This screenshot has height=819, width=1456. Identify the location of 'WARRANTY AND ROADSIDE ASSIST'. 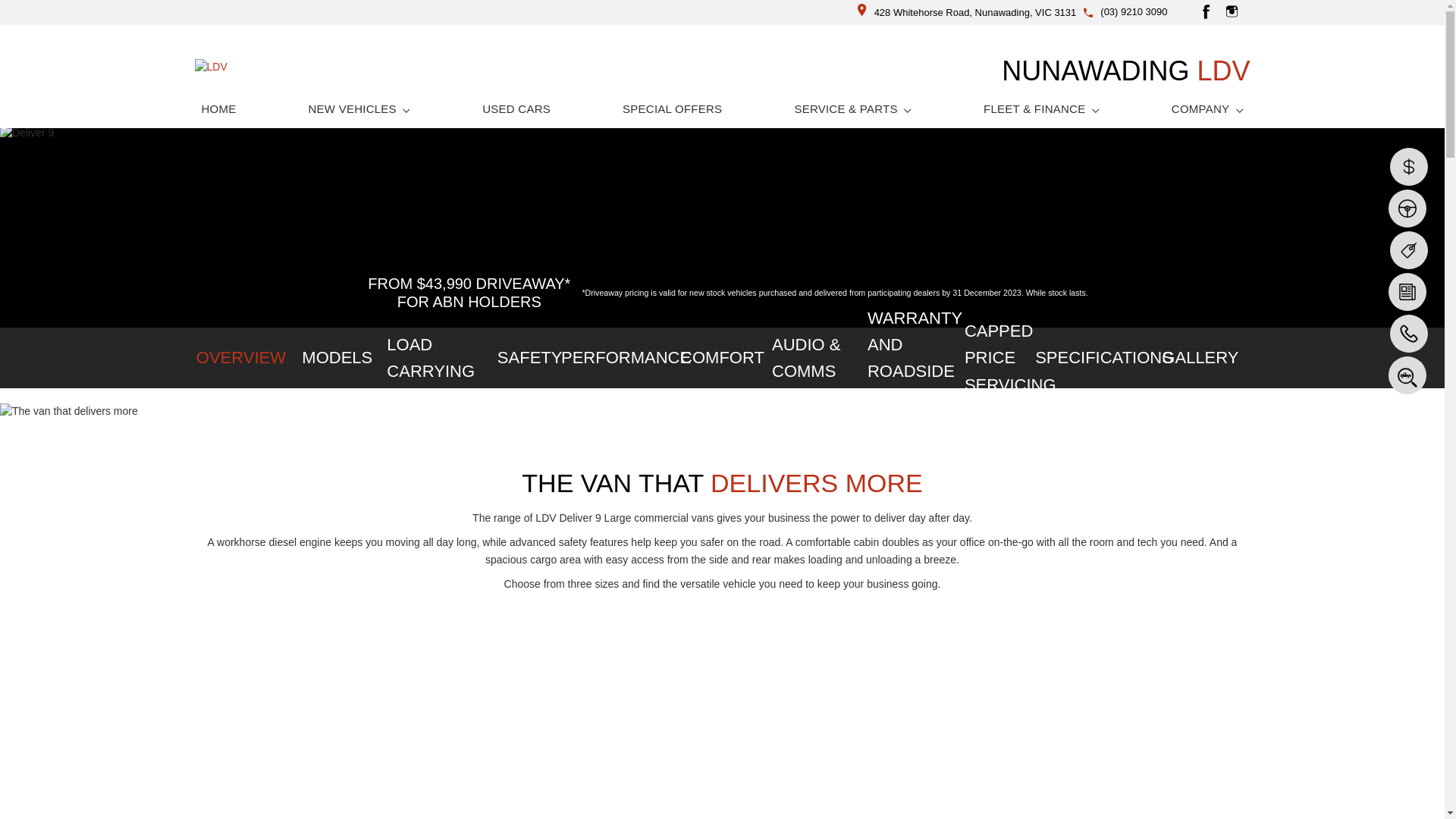
(914, 357).